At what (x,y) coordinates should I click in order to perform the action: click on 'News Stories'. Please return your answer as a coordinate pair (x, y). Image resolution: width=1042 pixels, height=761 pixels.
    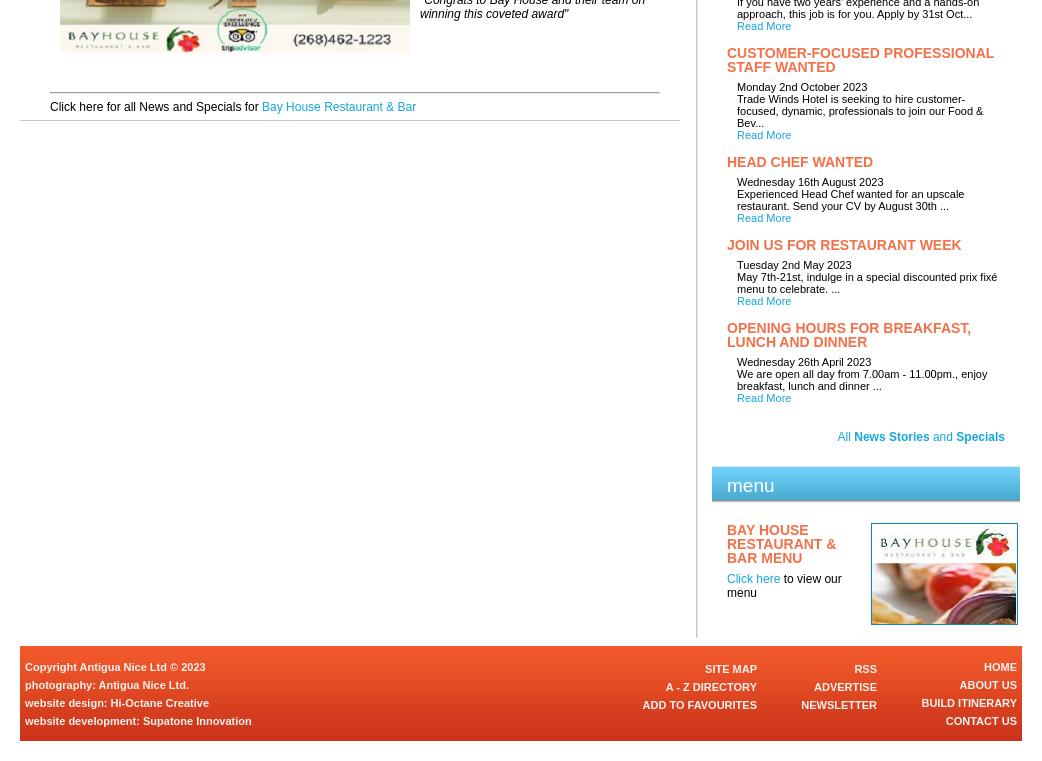
    Looking at the image, I should click on (891, 436).